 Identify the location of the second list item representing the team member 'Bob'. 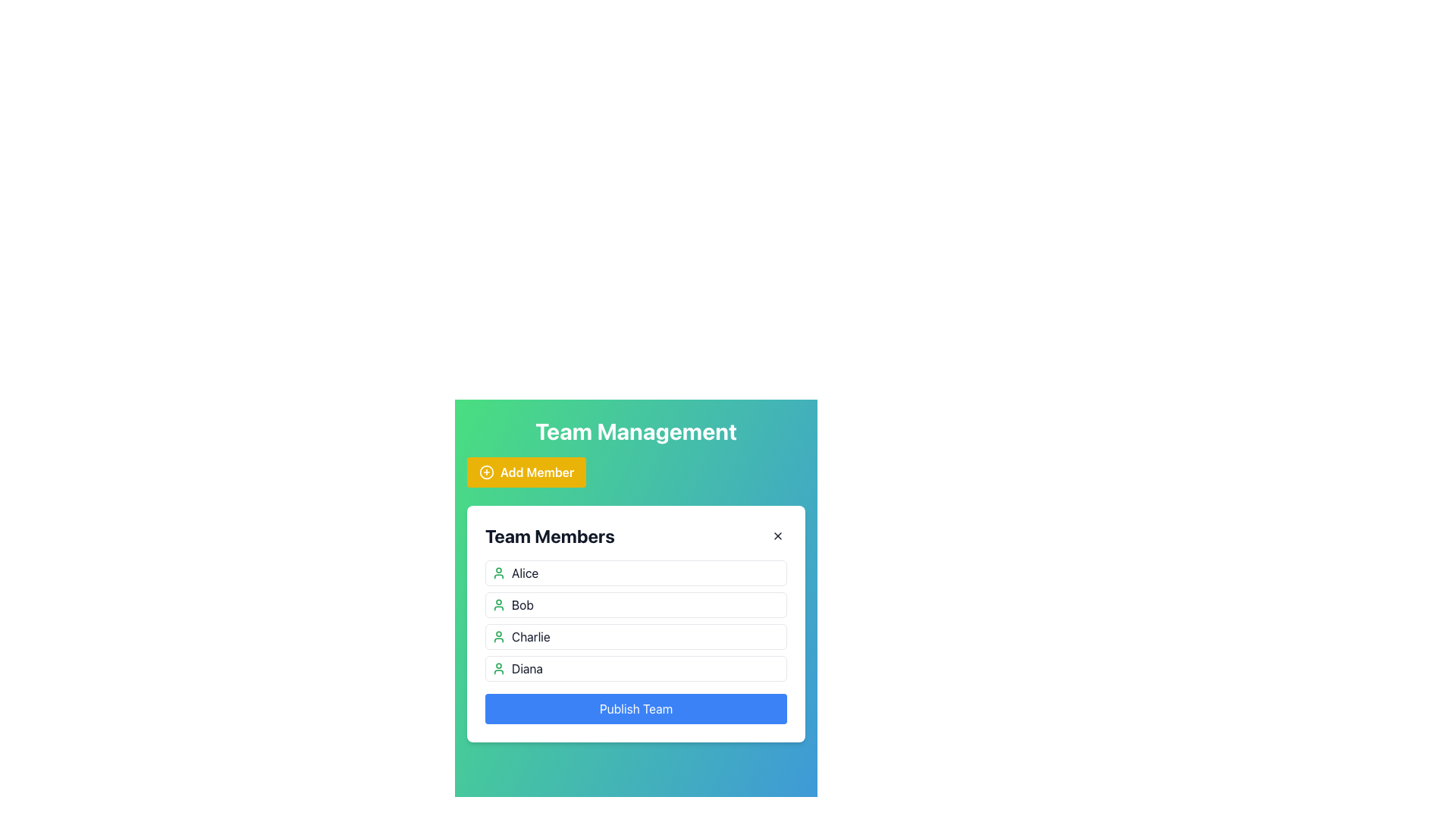
(636, 604).